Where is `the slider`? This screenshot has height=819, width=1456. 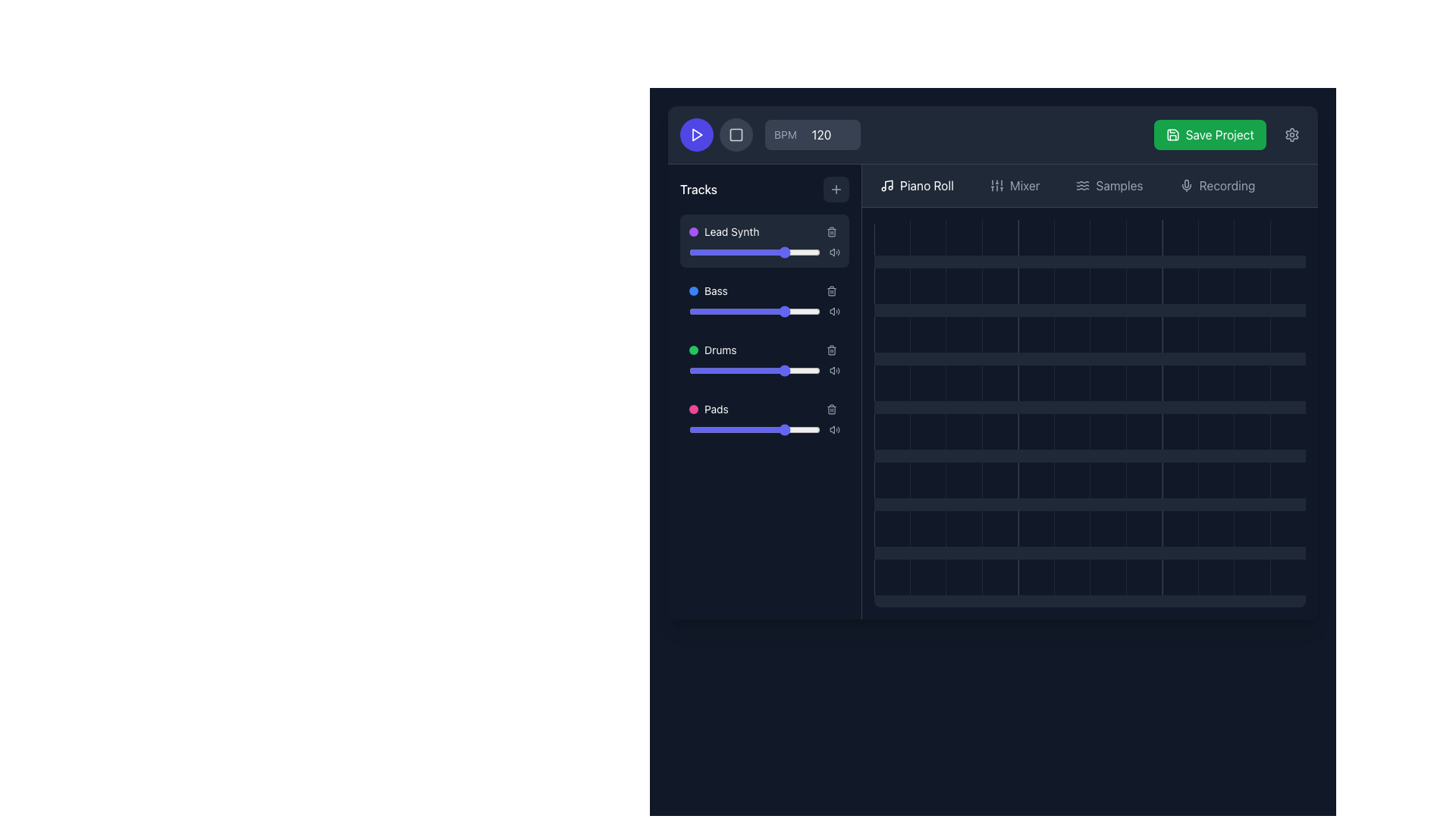
the slider is located at coordinates (691, 430).